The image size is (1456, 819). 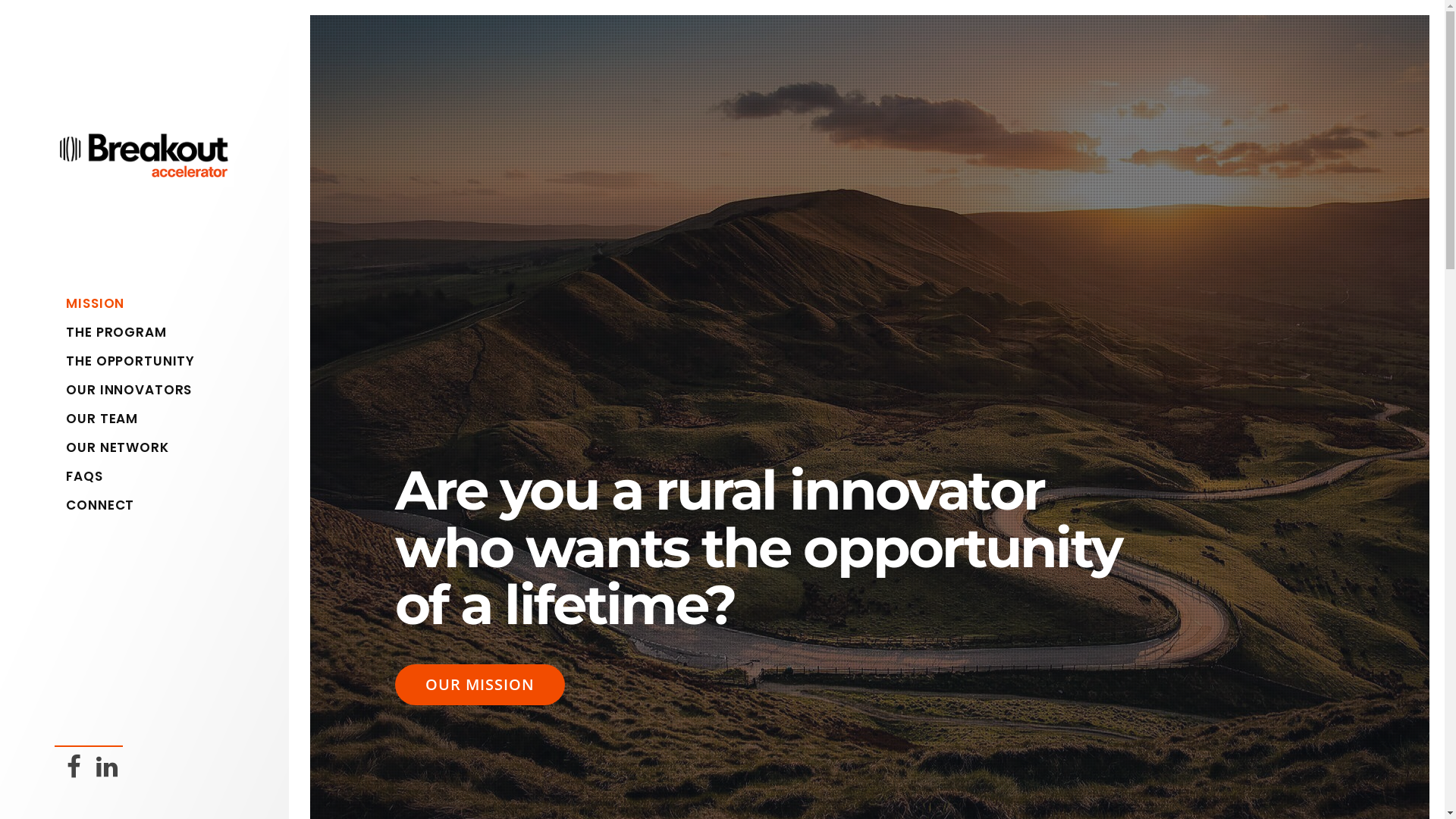 What do you see at coordinates (149, 505) in the screenshot?
I see `'CONNECT'` at bounding box center [149, 505].